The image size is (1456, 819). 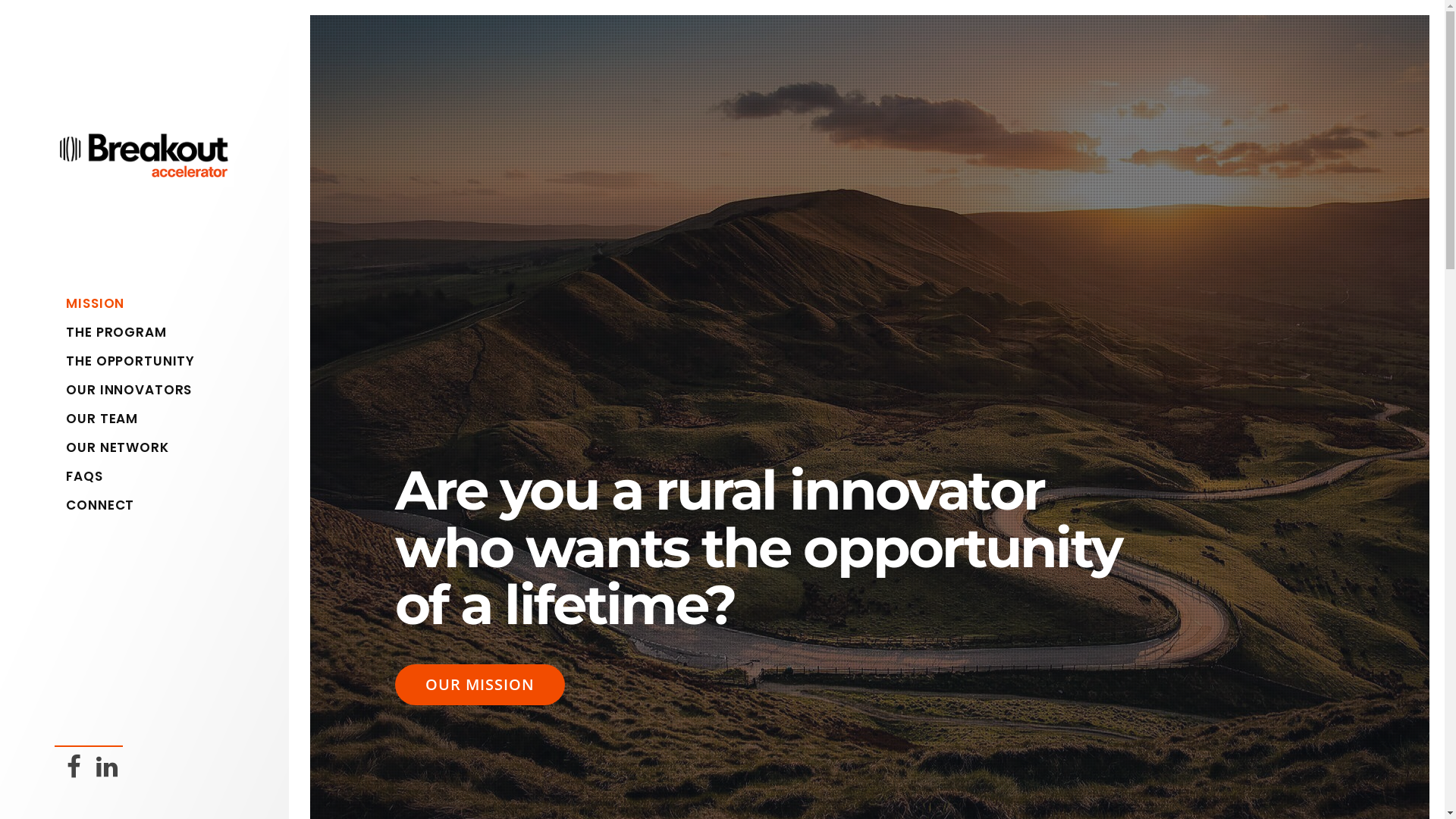 What do you see at coordinates (149, 505) in the screenshot?
I see `'CONNECT'` at bounding box center [149, 505].